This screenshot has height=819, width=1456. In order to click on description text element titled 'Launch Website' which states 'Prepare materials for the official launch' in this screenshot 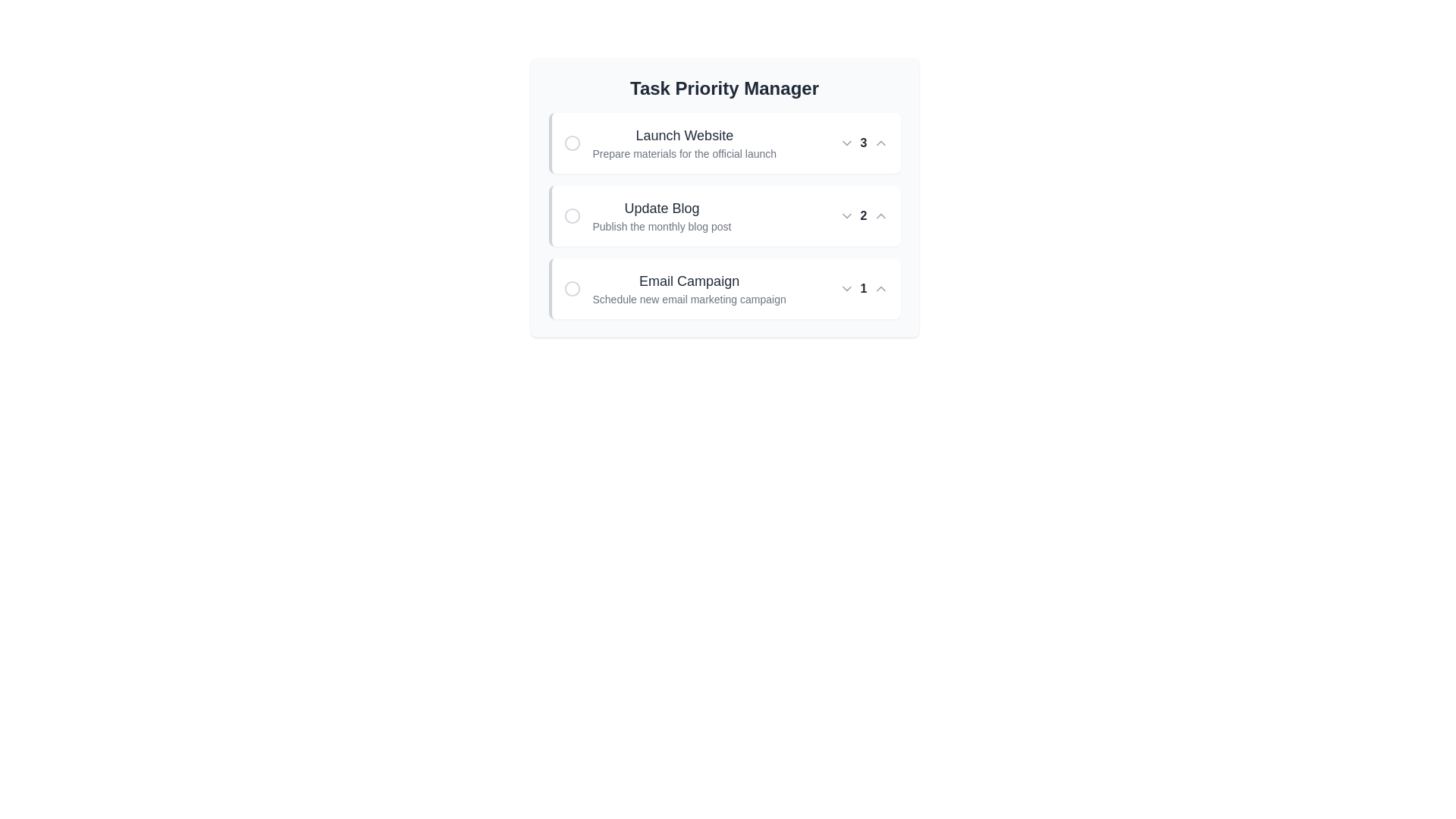, I will do `click(683, 143)`.